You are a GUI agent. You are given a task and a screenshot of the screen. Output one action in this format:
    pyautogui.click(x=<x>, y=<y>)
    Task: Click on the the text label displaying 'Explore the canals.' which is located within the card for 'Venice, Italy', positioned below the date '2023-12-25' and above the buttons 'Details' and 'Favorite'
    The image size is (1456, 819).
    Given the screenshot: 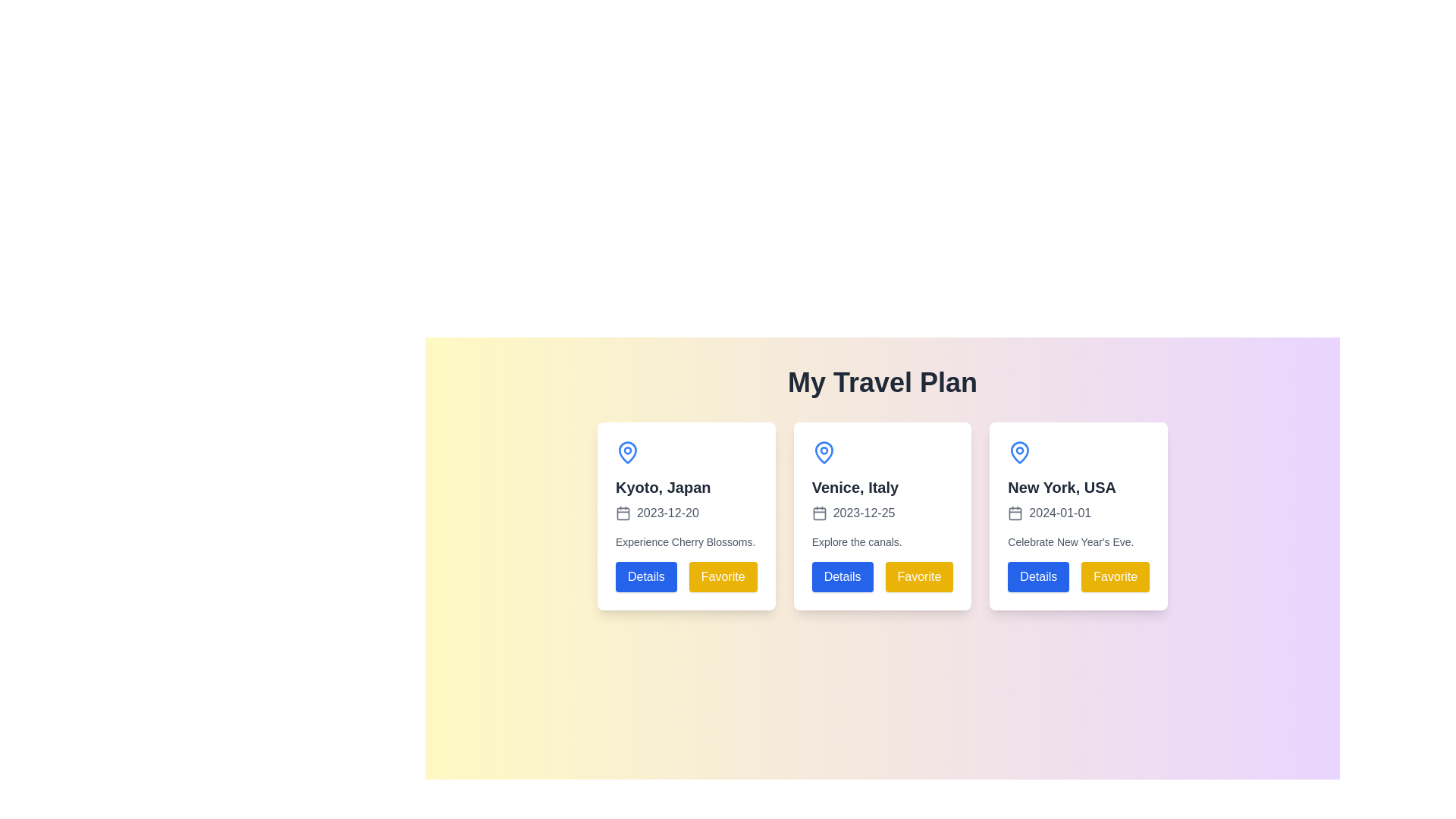 What is the action you would take?
    pyautogui.click(x=857, y=541)
    